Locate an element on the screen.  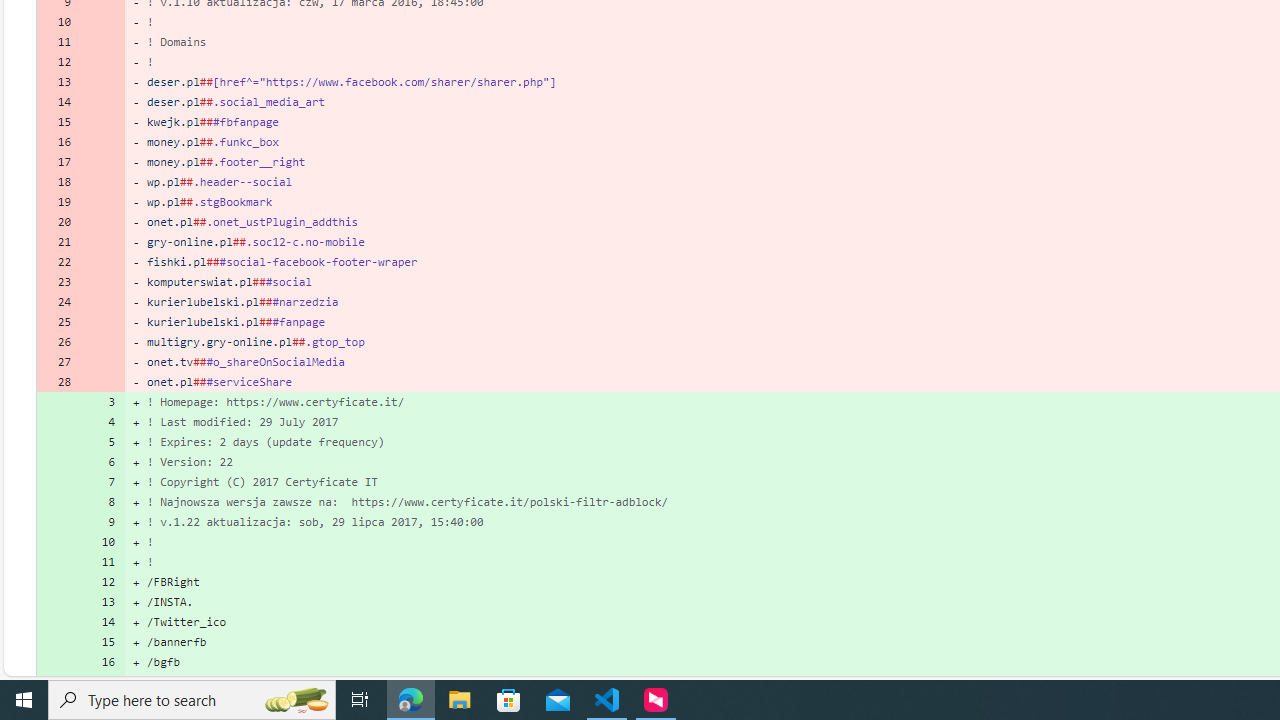
'Class: blob-num blob-num-deletion empty-cell' is located at coordinates (102, 381).